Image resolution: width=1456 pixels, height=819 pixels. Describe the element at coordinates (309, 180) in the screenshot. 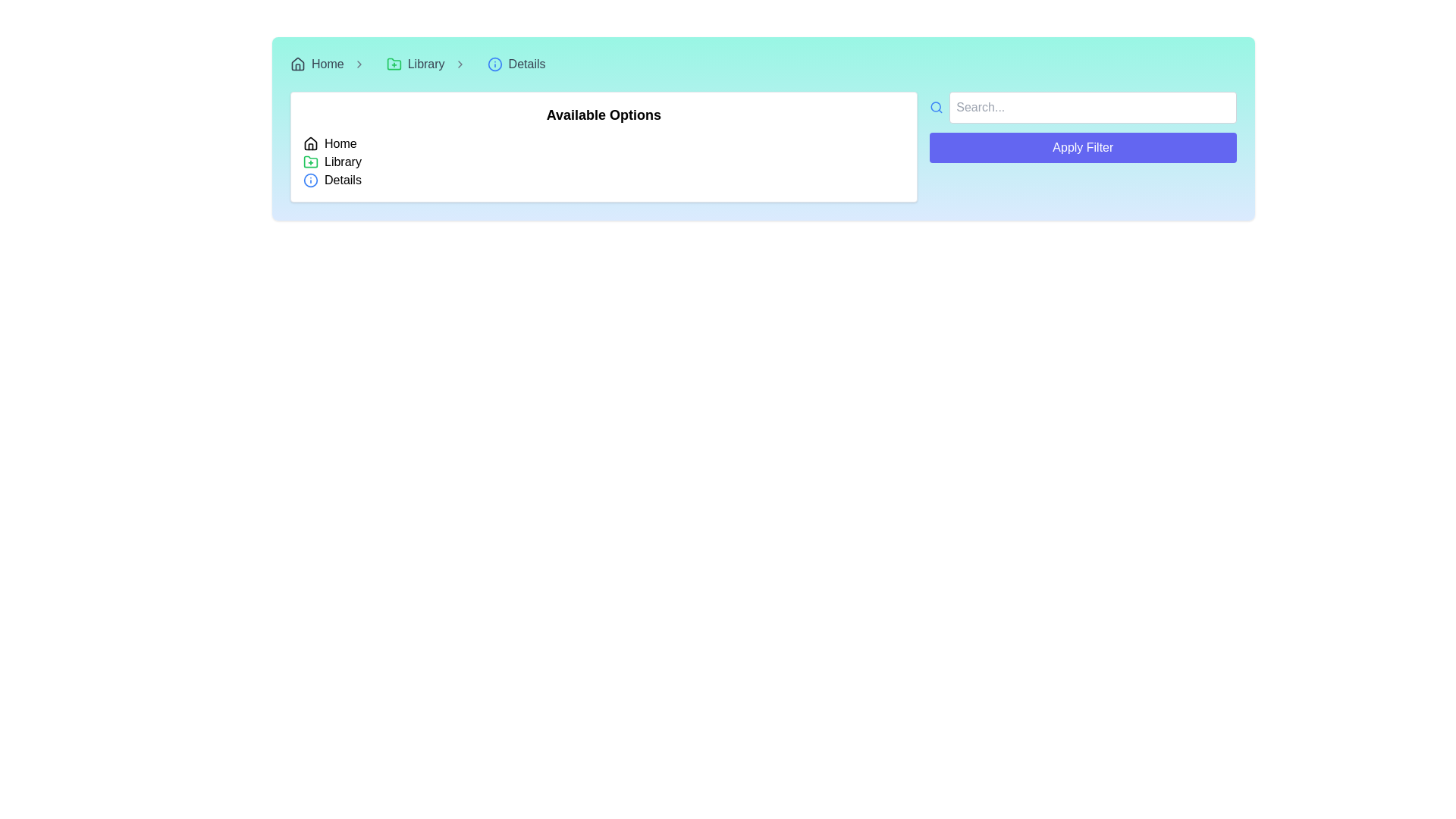

I see `the information indicator icon located to the left of the 'Details' text label` at that location.